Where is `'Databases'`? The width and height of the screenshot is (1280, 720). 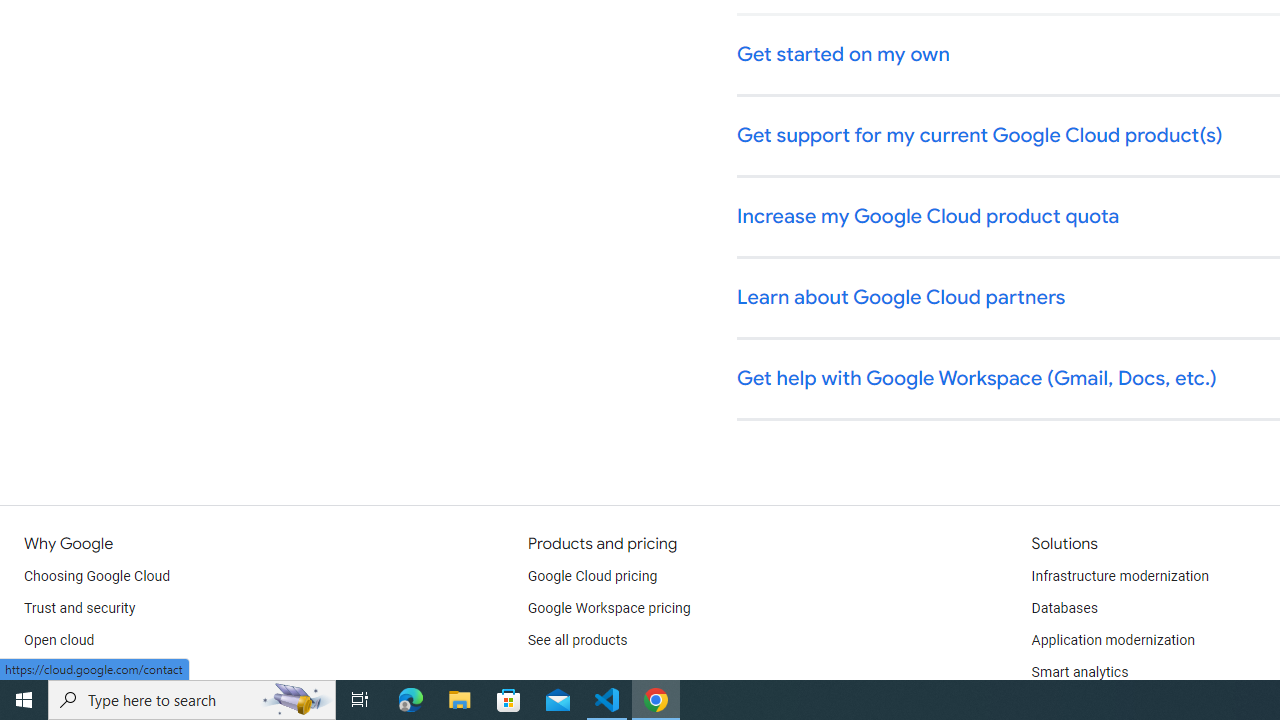
'Databases' is located at coordinates (1063, 608).